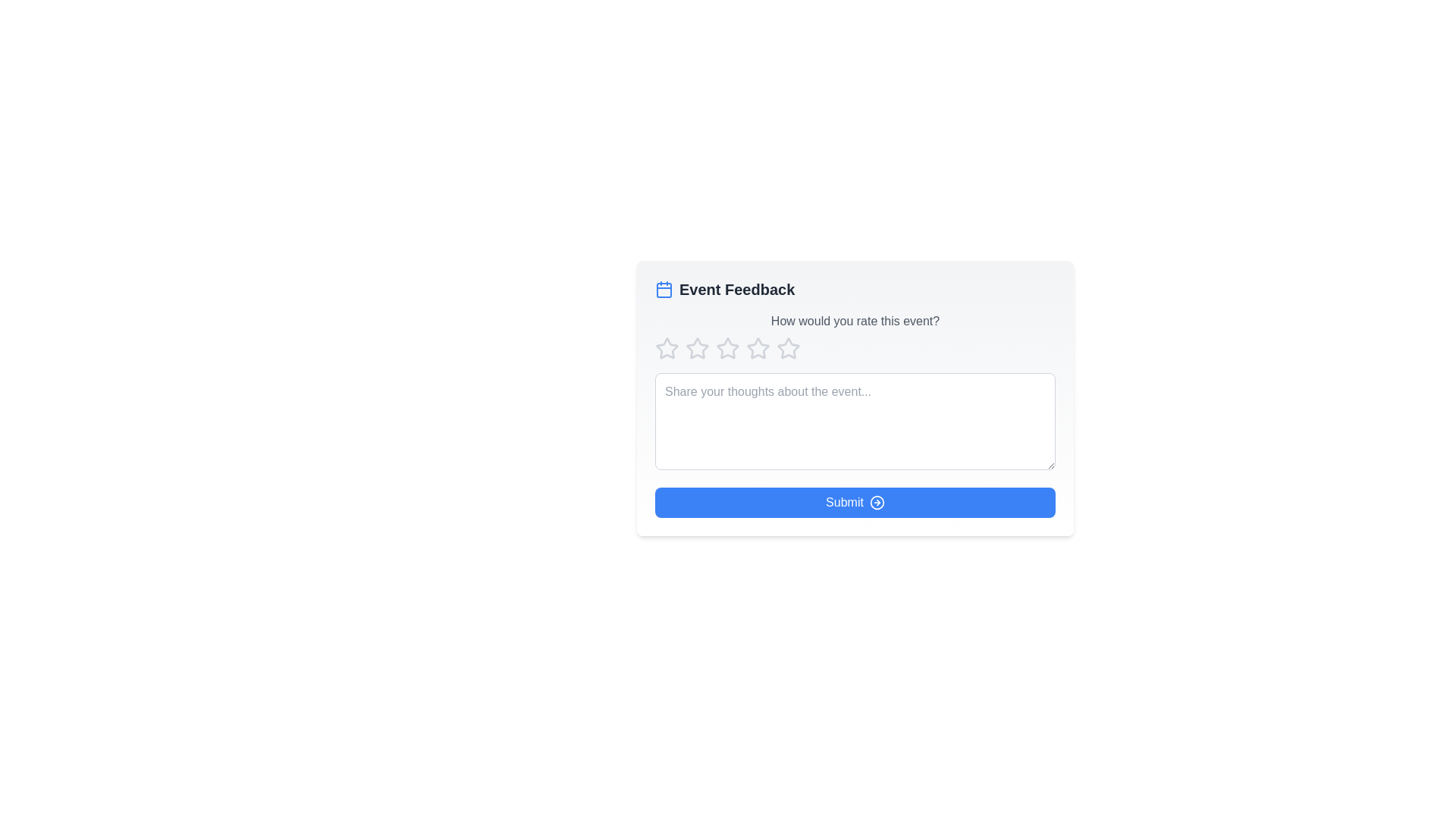  I want to click on the third star icon in the rating interface, so click(758, 348).